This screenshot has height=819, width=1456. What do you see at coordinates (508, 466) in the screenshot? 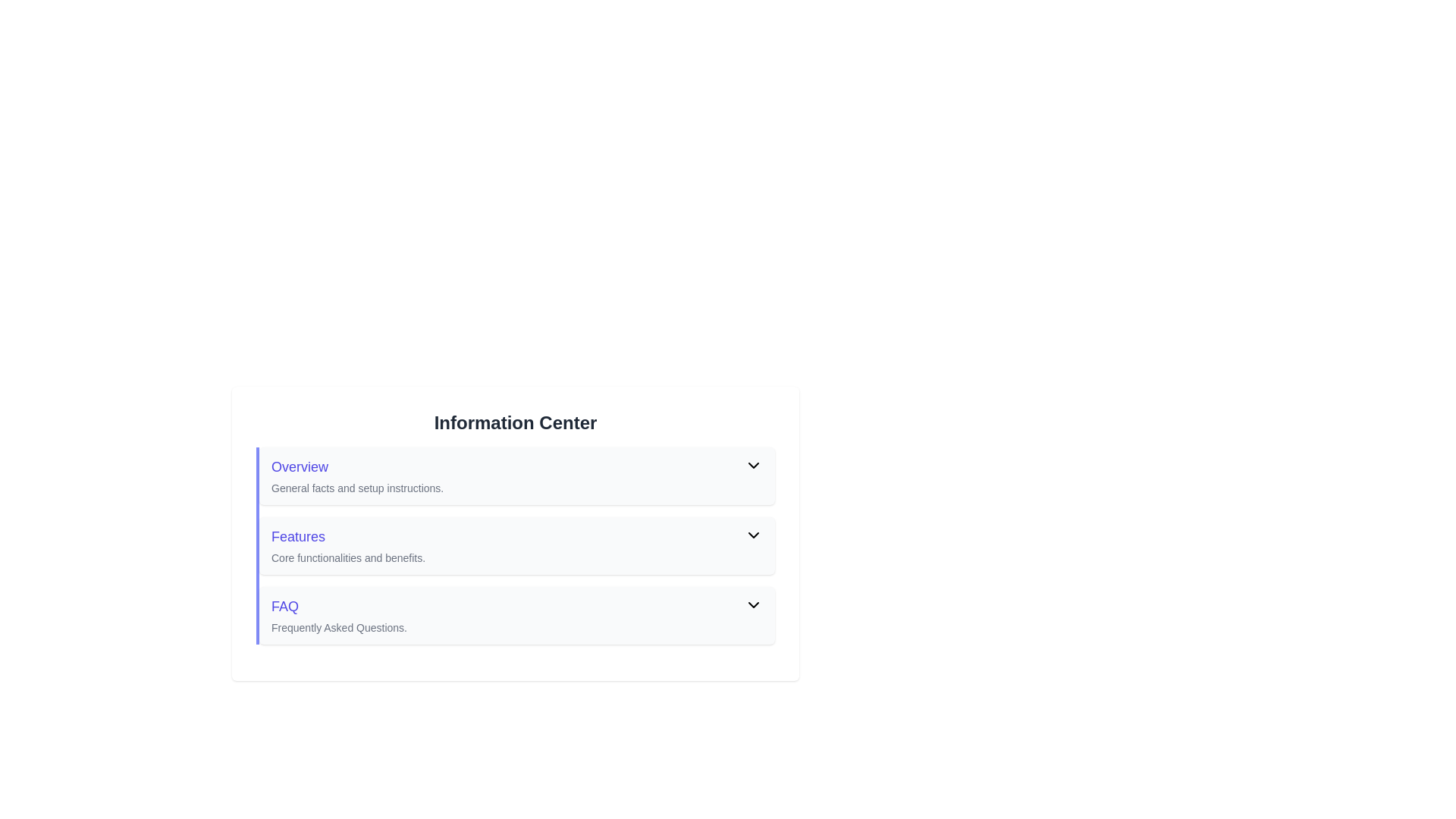
I see `the 'Overview' section header in the 'Information Center' list by moving the cursor to its location for keyboard-based navigation` at bounding box center [508, 466].